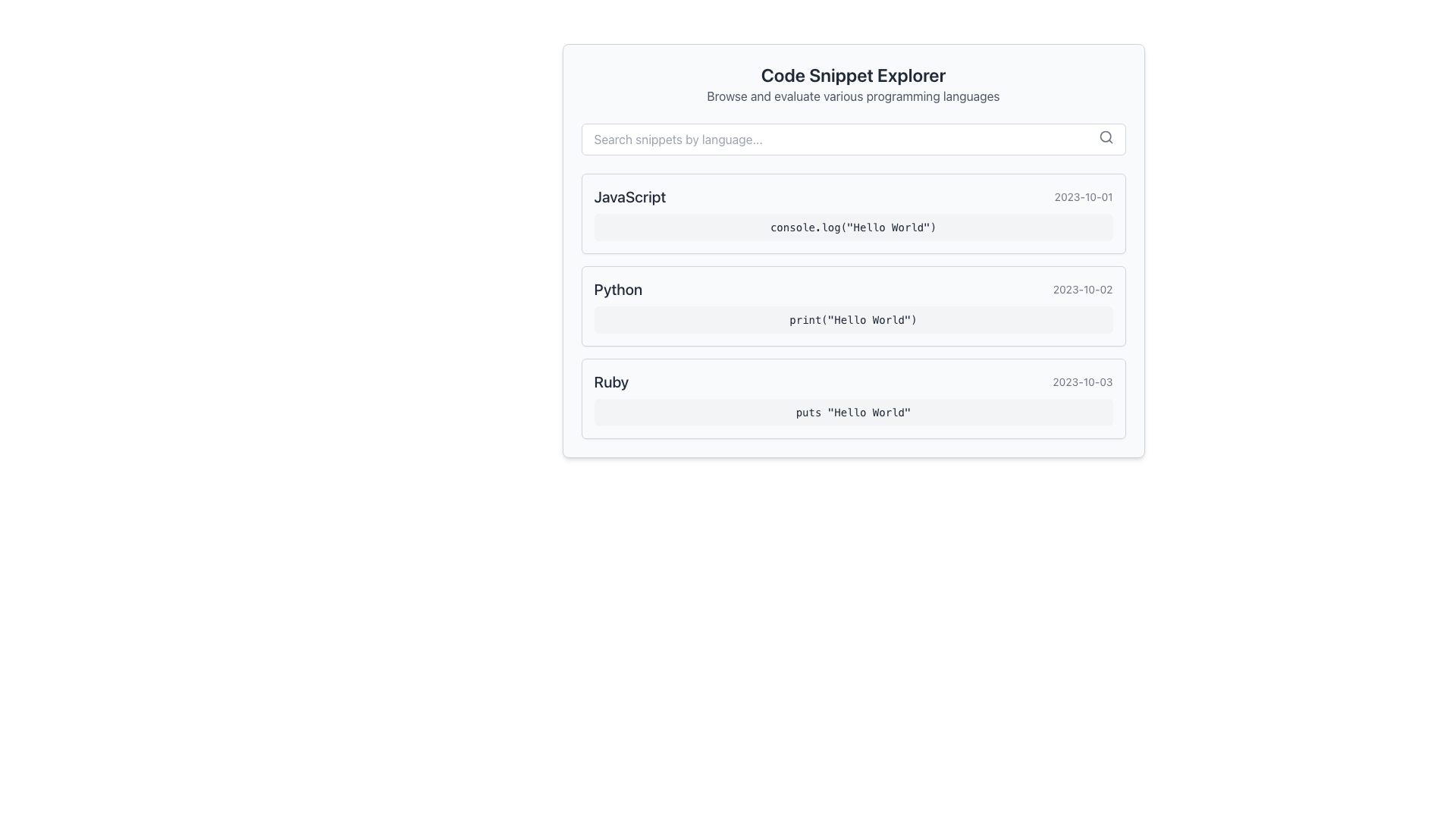  I want to click on the text element that reads 'Browse and evaluate various programming languages', which is styled in a subtle gray color and positioned beneath the title 'Code Snippet Explorer', so click(853, 96).